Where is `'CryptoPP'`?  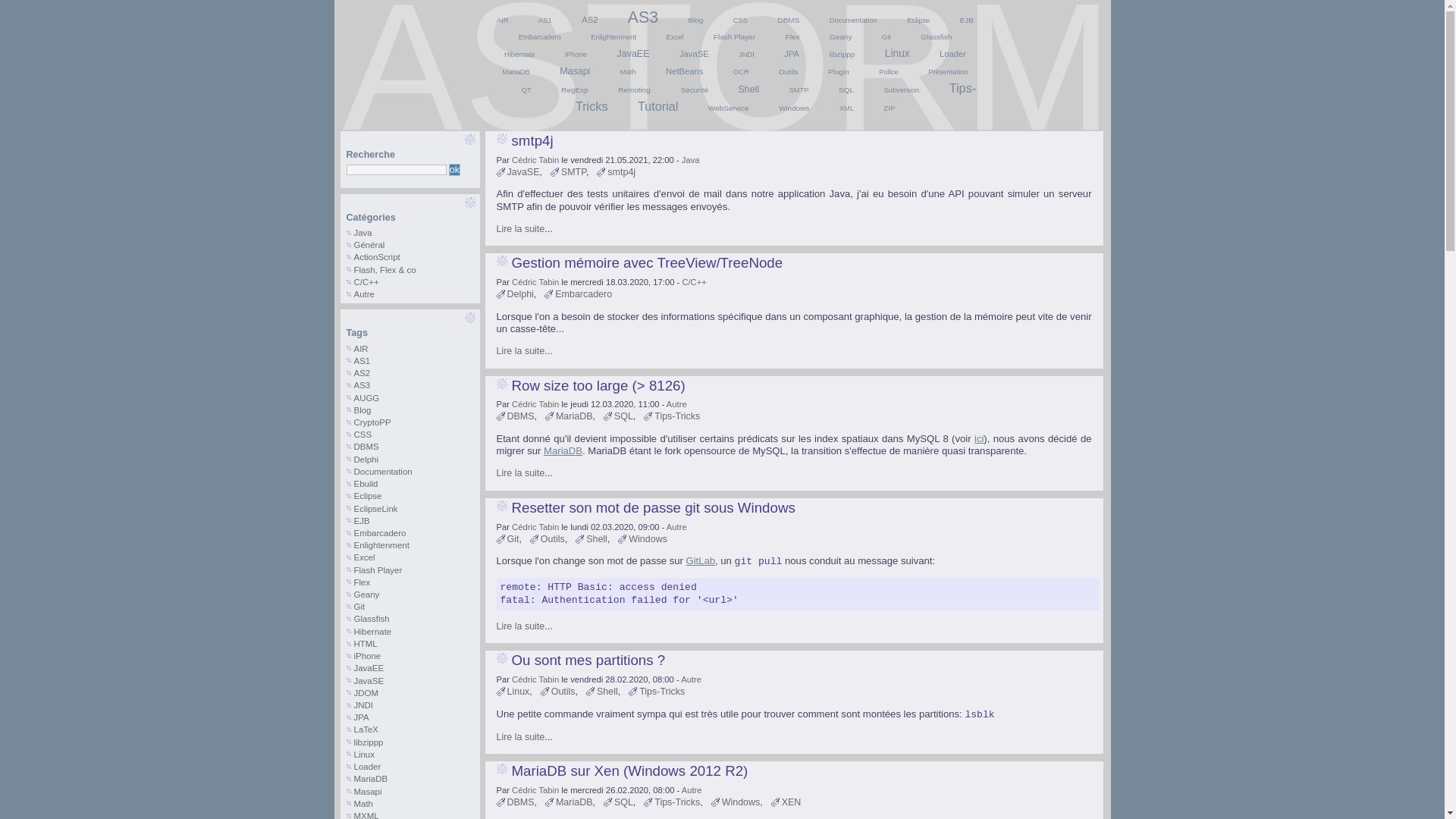
'CryptoPP' is located at coordinates (352, 422).